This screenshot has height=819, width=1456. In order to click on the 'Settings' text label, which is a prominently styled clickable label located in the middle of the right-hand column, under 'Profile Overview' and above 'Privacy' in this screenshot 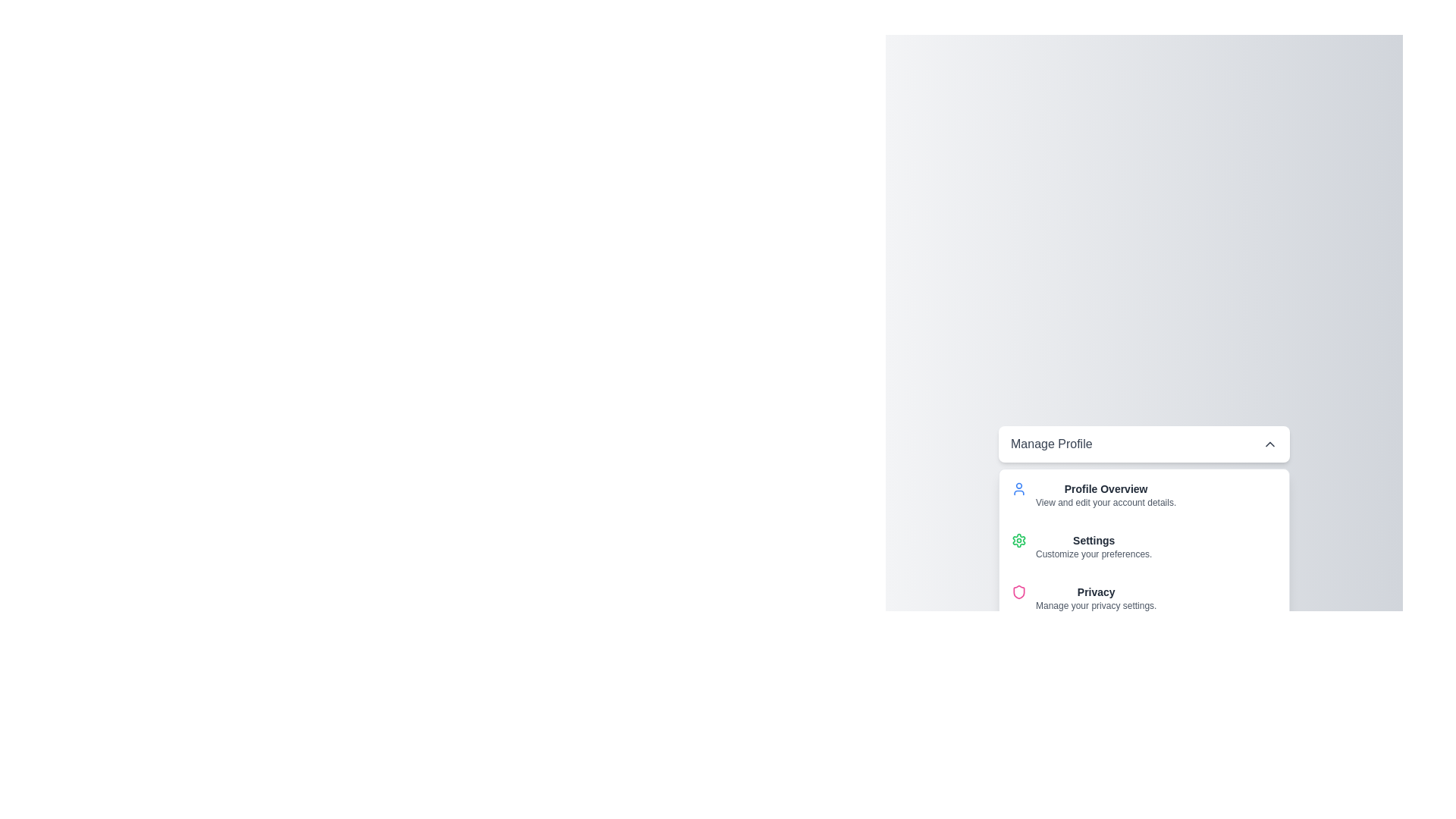, I will do `click(1094, 540)`.